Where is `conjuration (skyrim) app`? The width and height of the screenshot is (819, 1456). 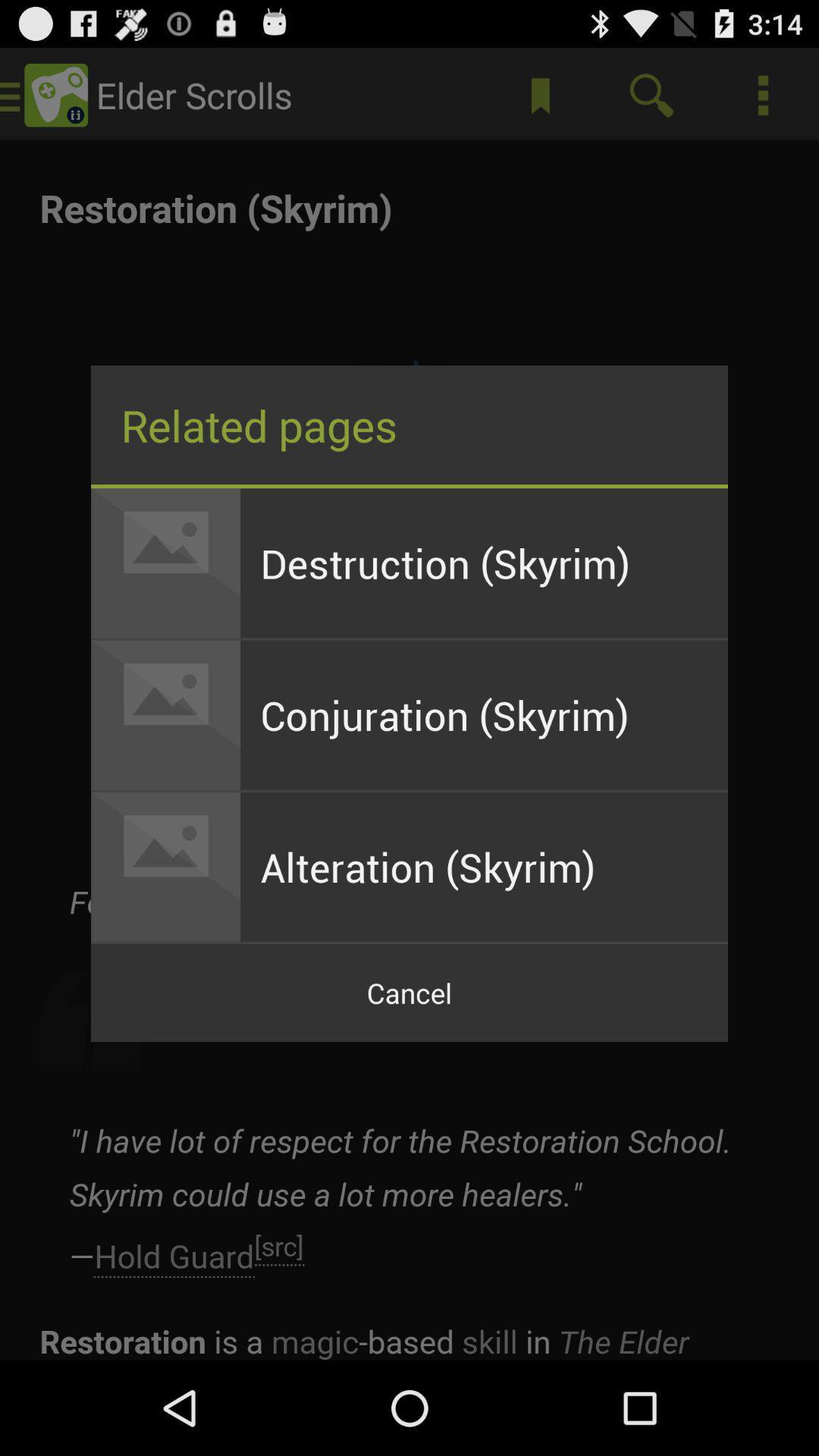
conjuration (skyrim) app is located at coordinates (484, 714).